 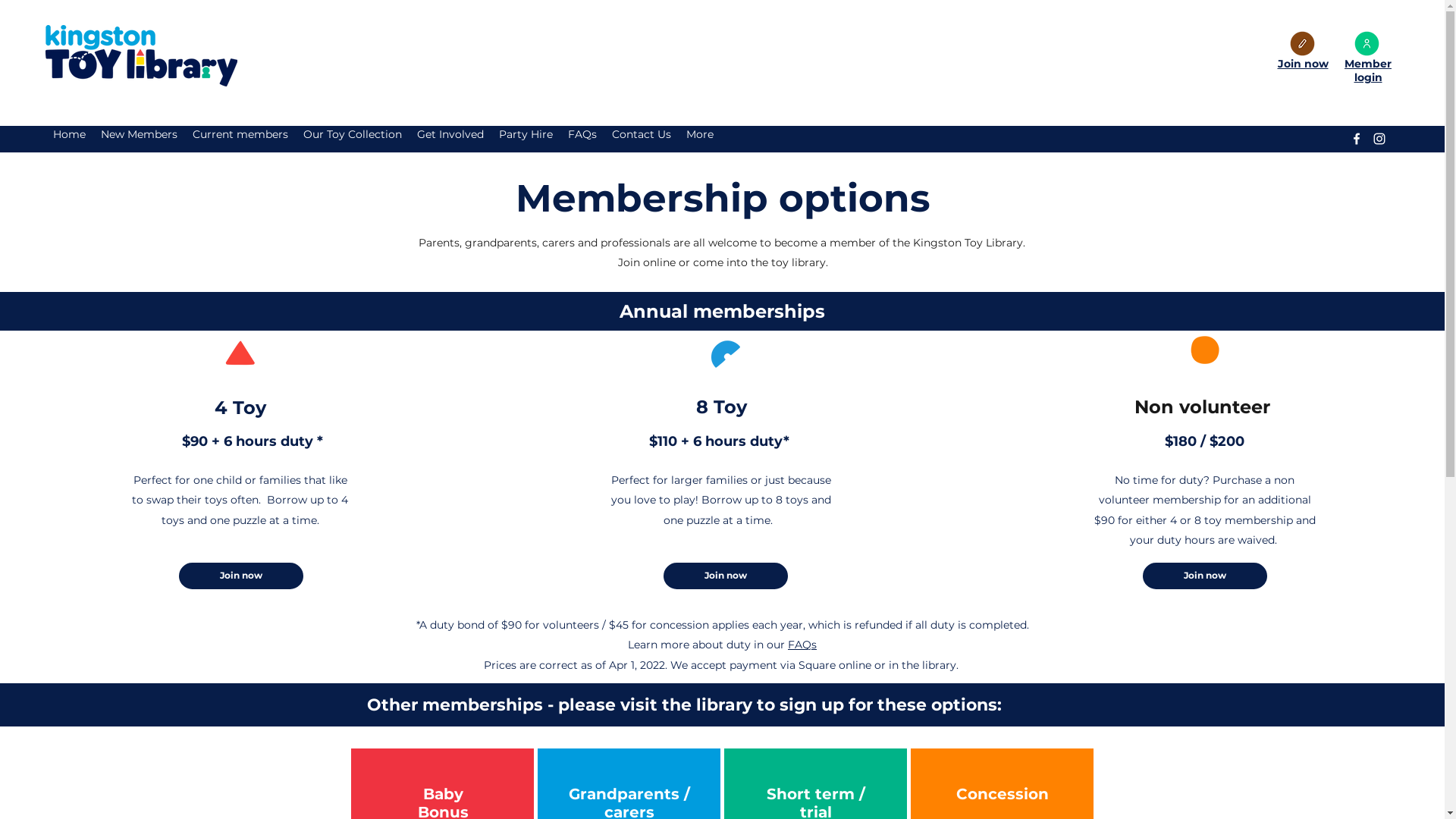 I want to click on 'Contact Us', so click(x=603, y=138).